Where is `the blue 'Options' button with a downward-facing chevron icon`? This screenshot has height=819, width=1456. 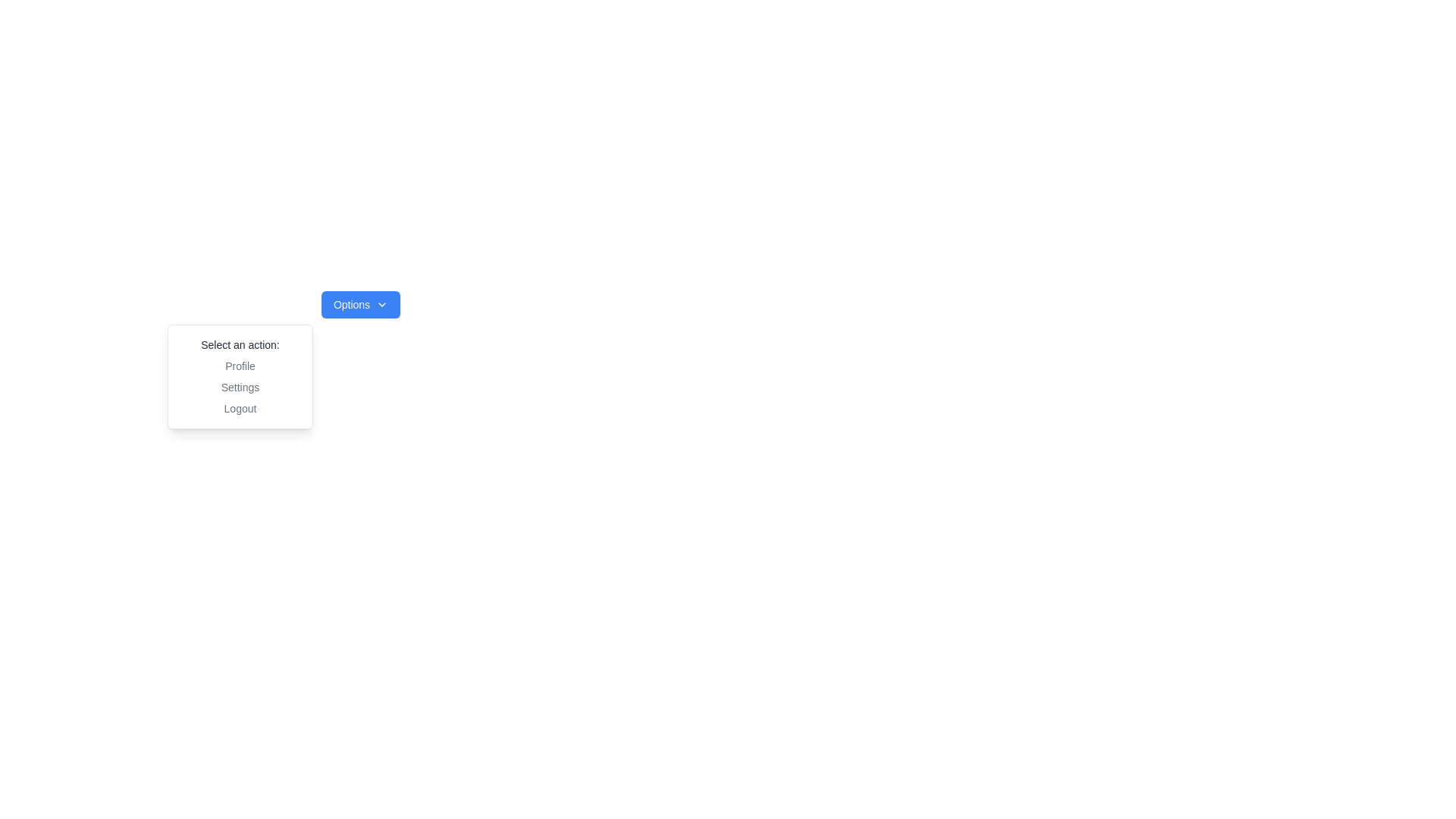
the blue 'Options' button with a downward-facing chevron icon is located at coordinates (359, 304).